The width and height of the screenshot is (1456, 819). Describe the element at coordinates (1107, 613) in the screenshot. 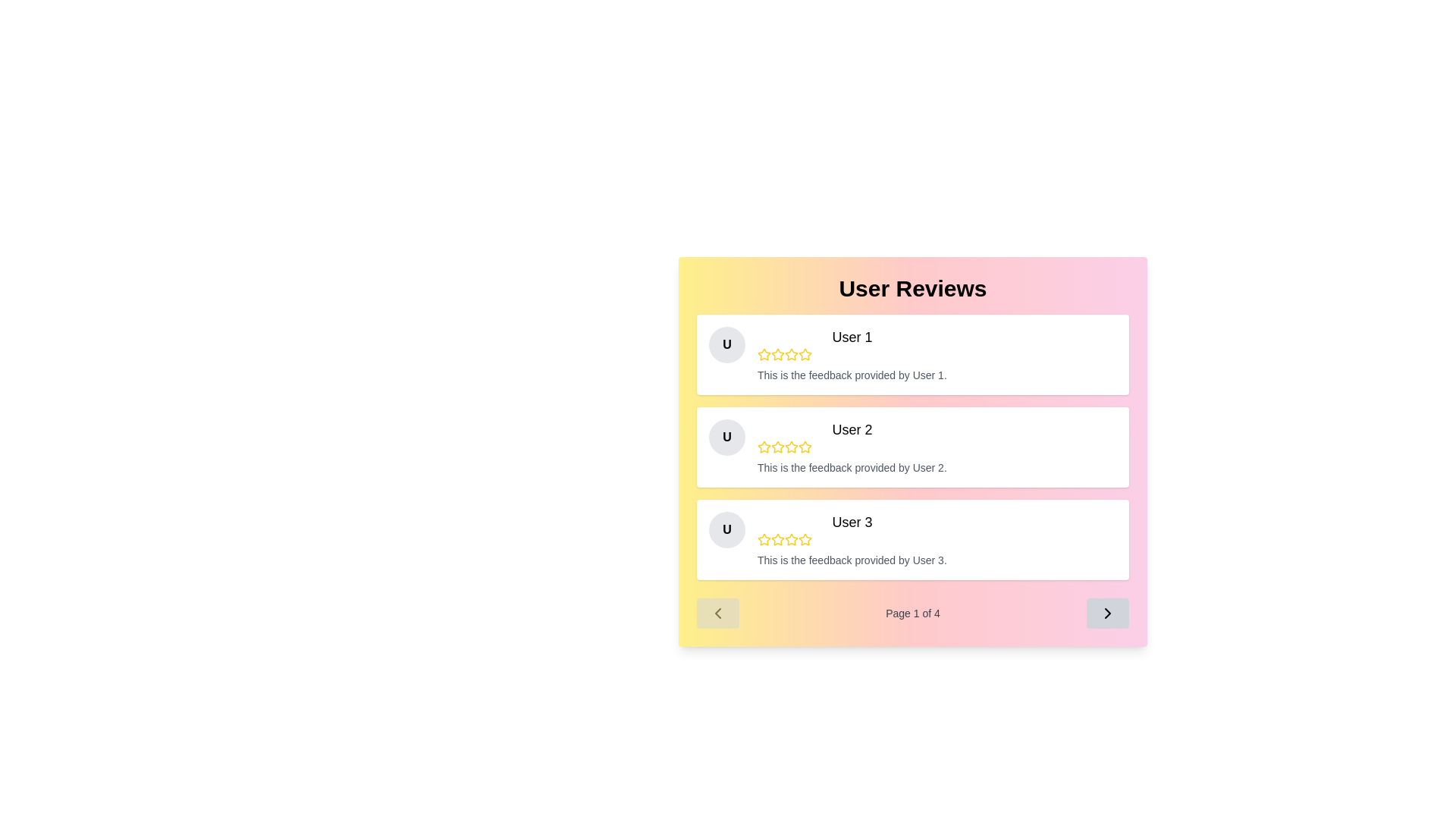

I see `the rightward arrow icon button located at the bottom-right corner of the user review interface` at that location.